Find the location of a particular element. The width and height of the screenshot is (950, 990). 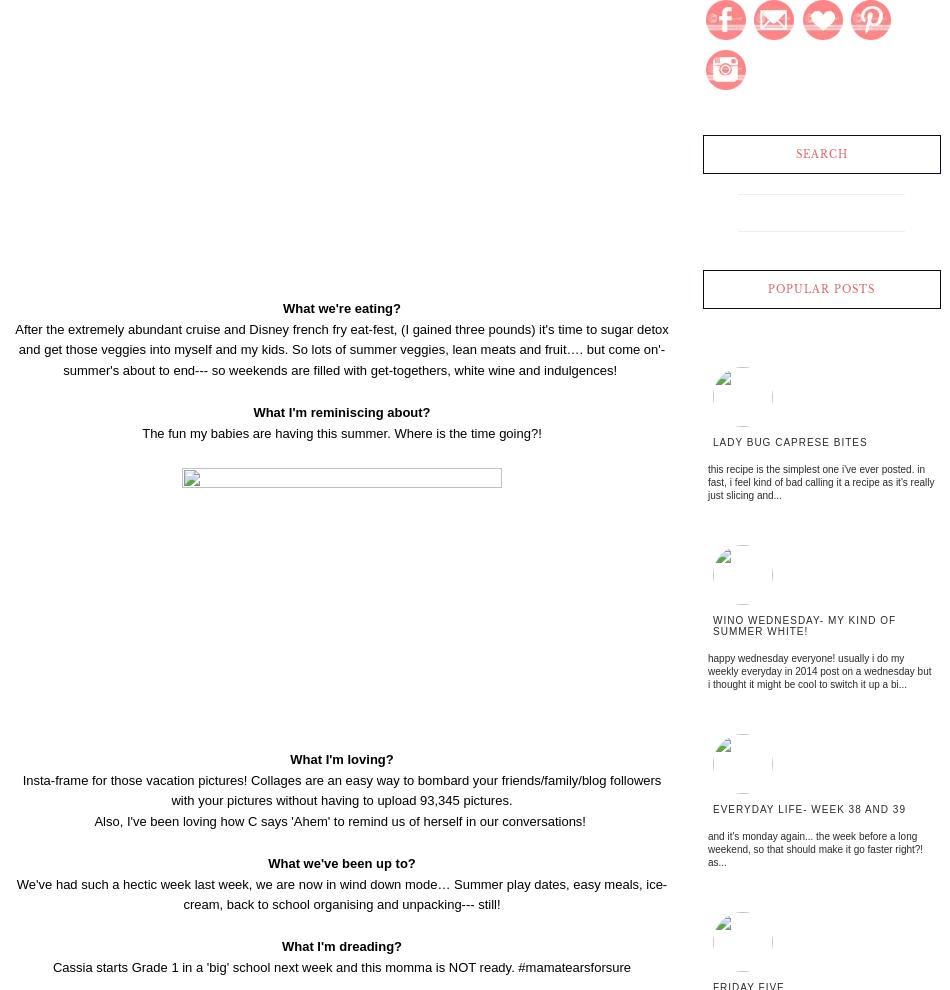

'Search' is located at coordinates (793, 154).